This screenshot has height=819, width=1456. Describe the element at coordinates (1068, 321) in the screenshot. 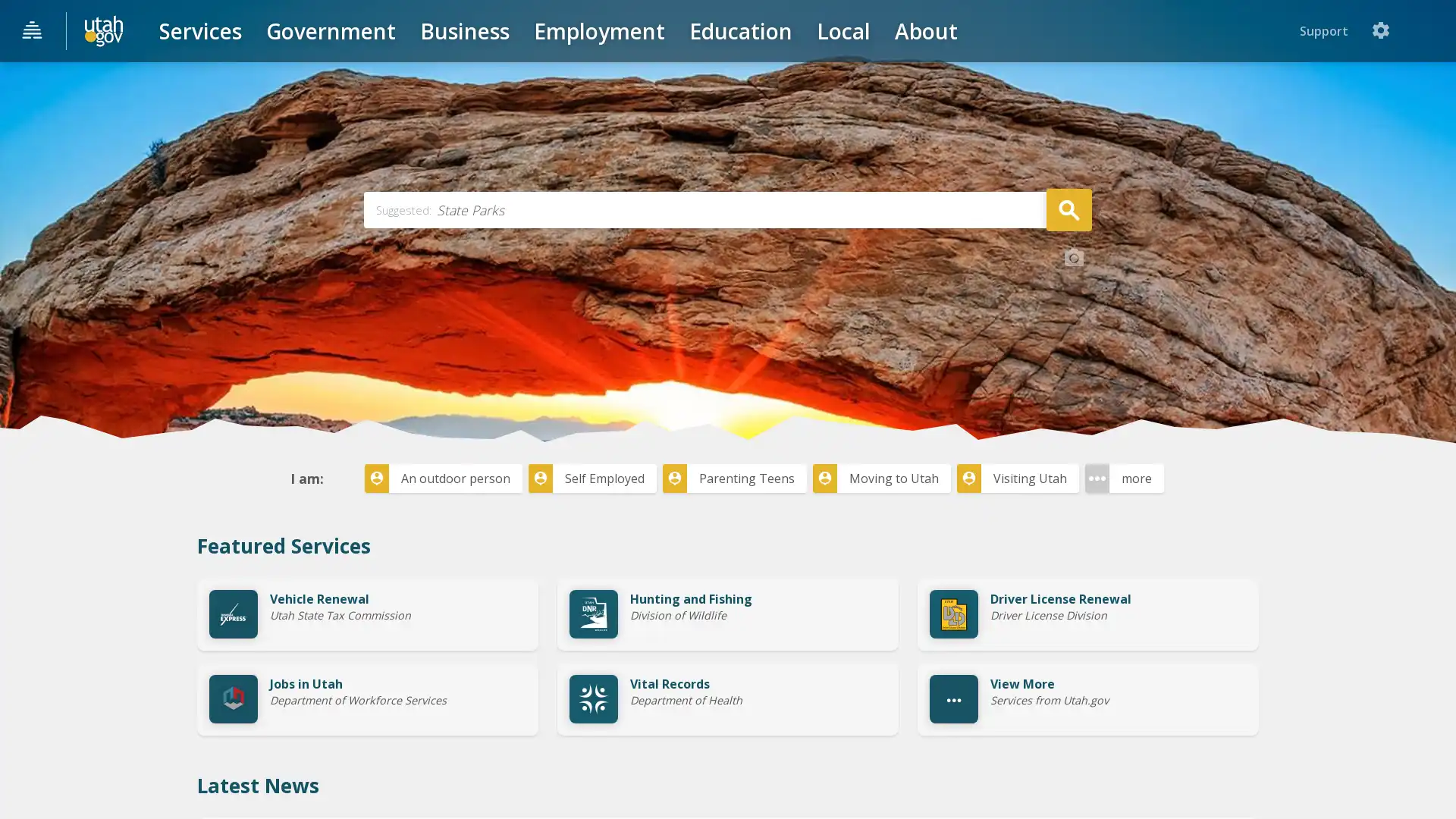

I see `Search` at that location.